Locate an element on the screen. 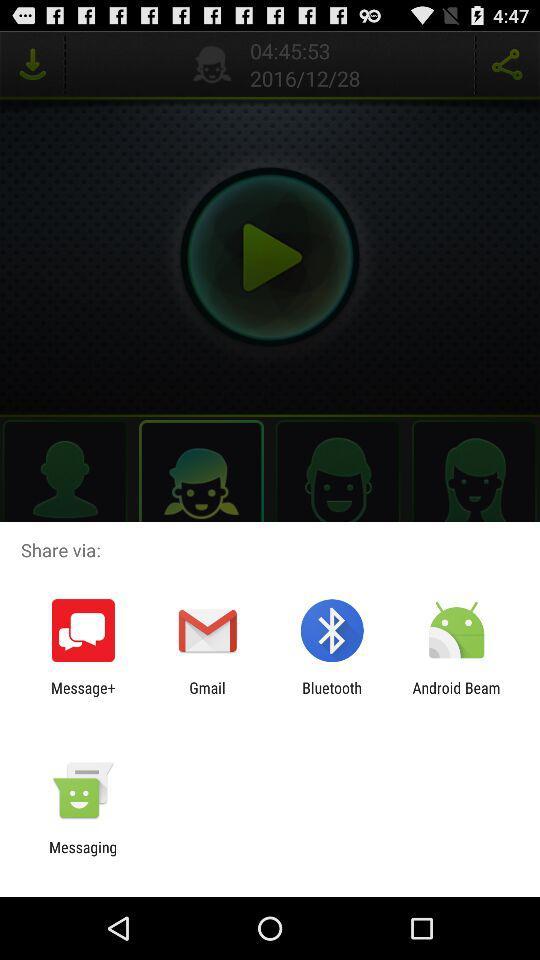 Image resolution: width=540 pixels, height=960 pixels. the messaging is located at coordinates (82, 855).